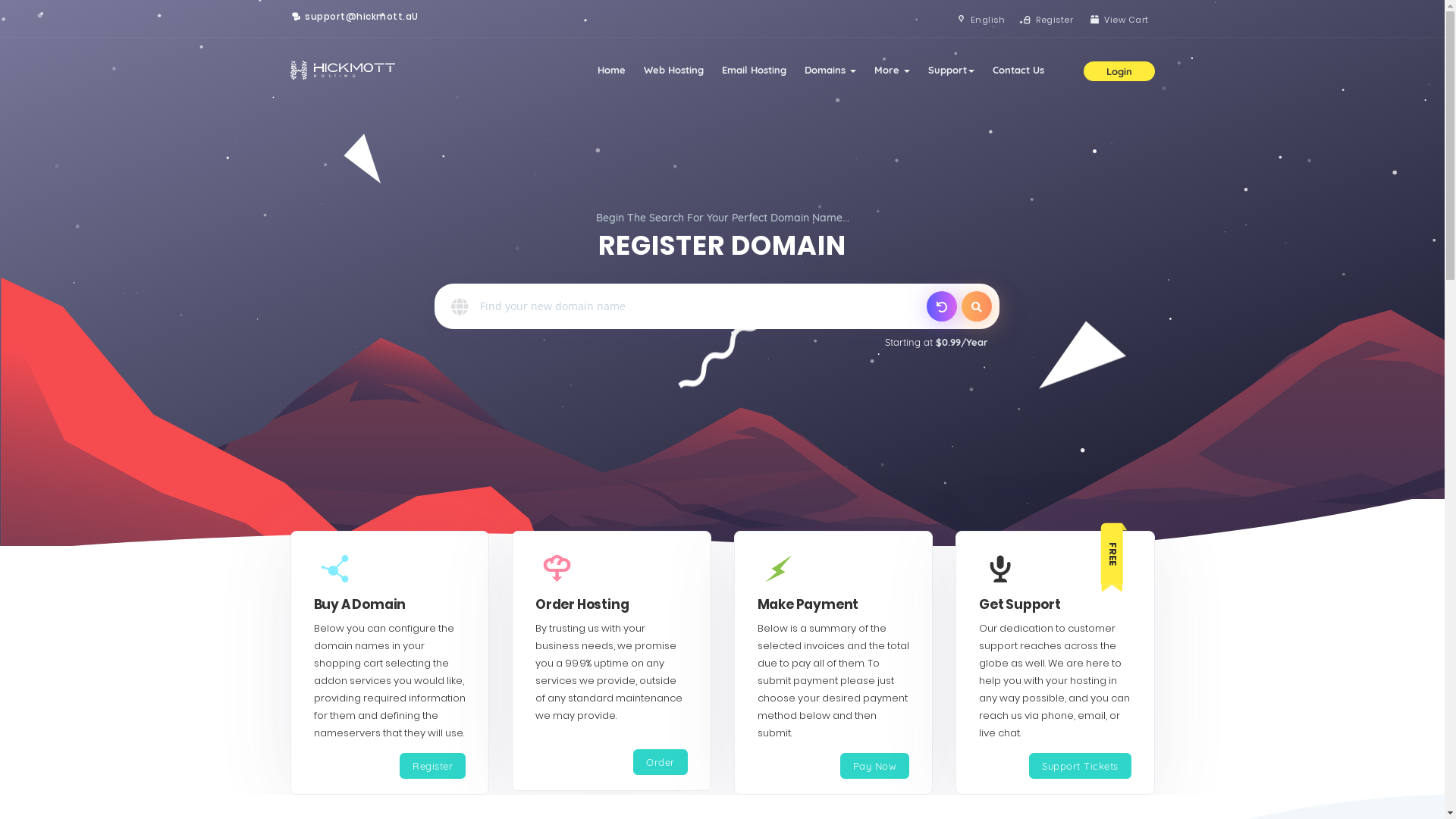  Describe the element at coordinates (1081, 20) in the screenshot. I see `'View Cart'` at that location.